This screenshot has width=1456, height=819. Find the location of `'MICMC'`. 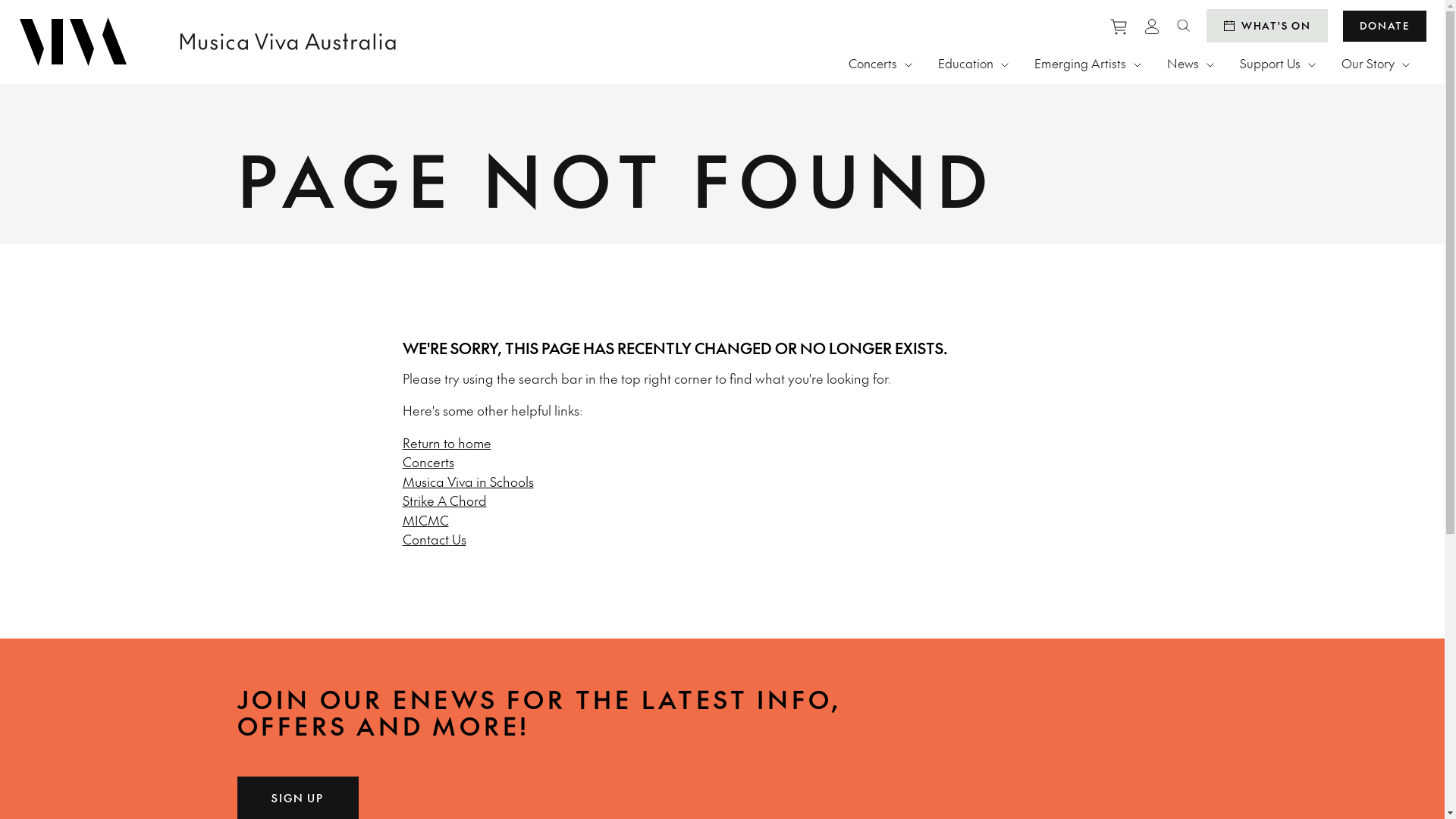

'MICMC' is located at coordinates (425, 519).